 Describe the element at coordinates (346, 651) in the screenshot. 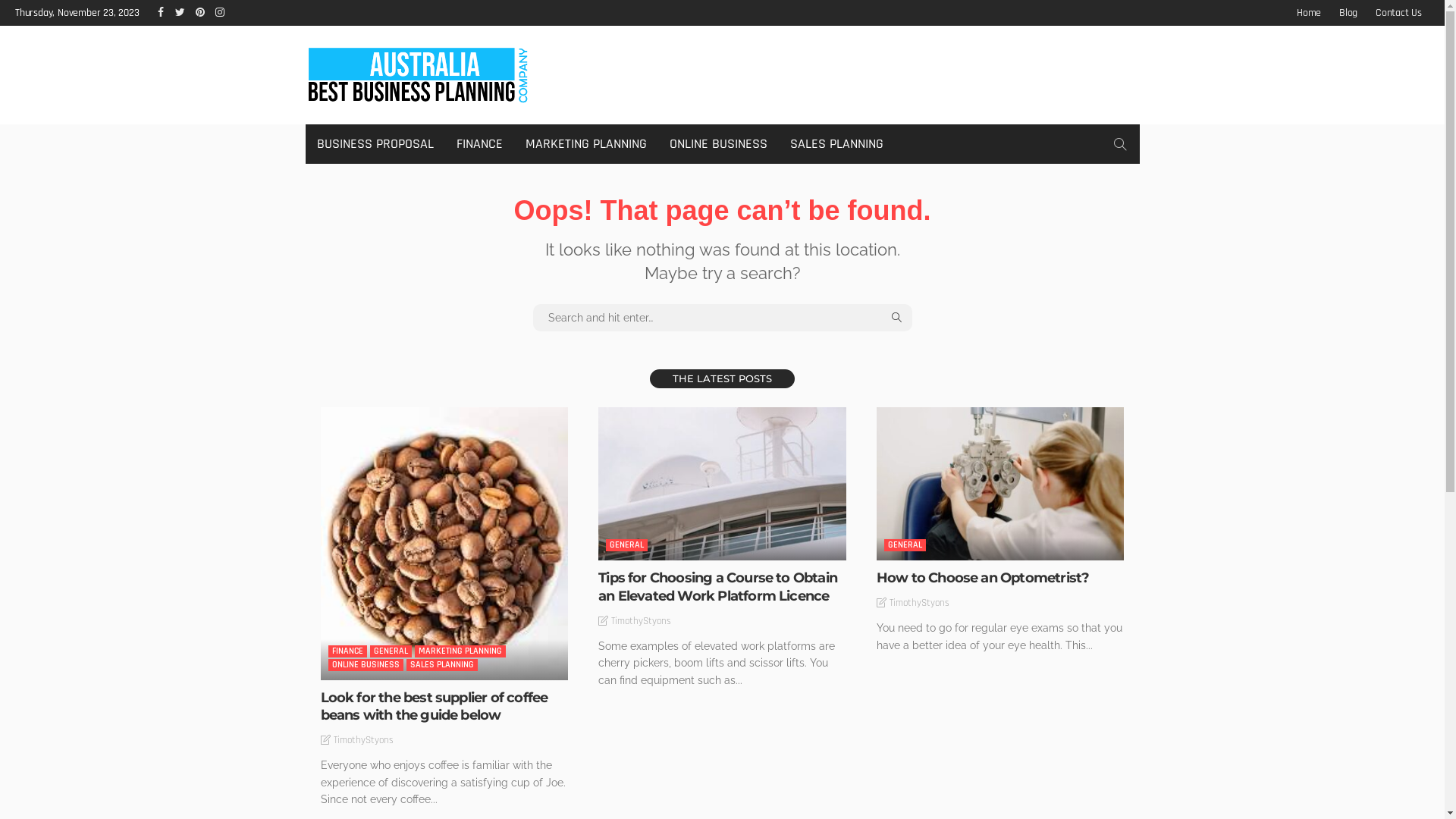

I see `'FINANCE'` at that location.